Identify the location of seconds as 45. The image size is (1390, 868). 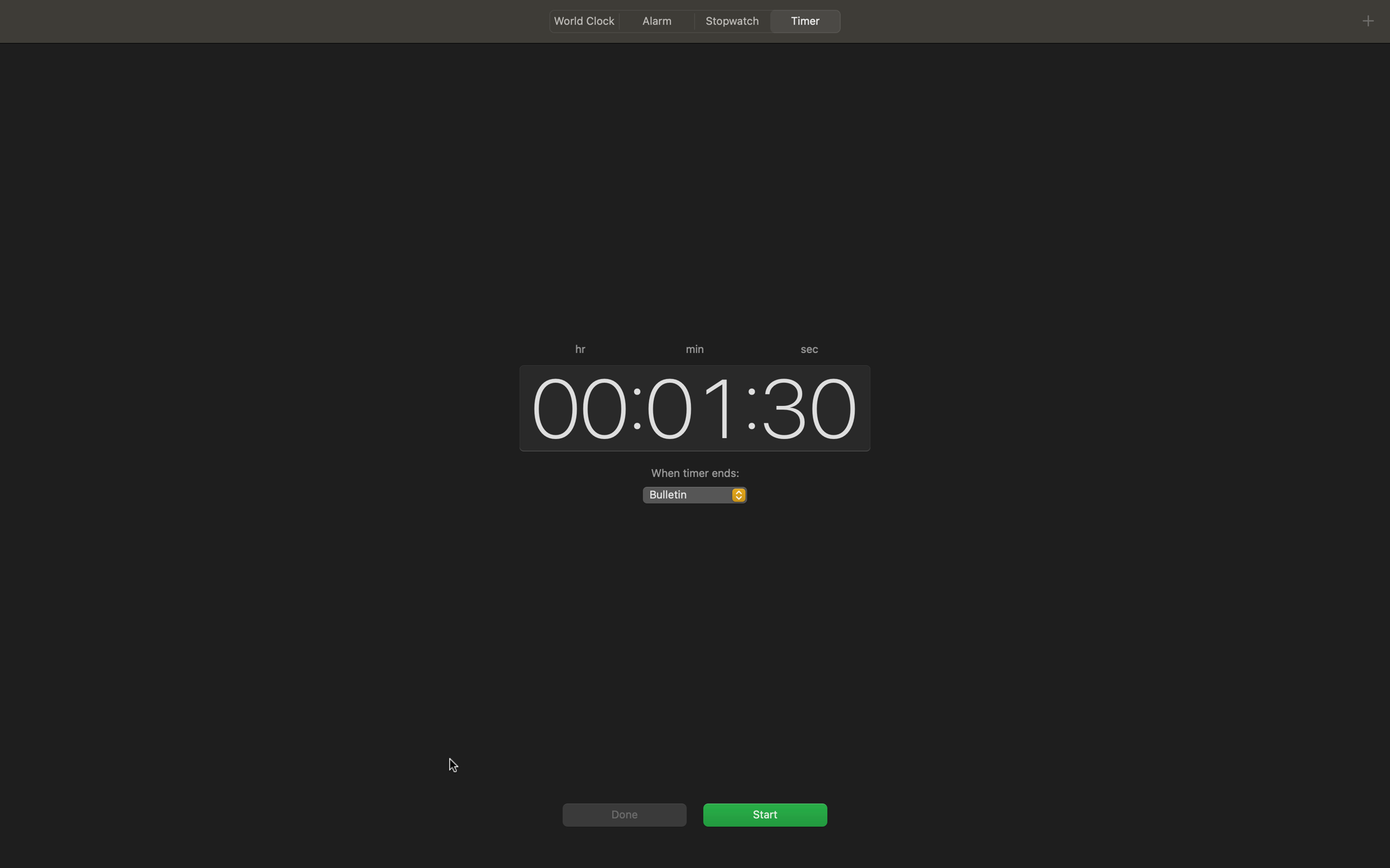
(810, 405).